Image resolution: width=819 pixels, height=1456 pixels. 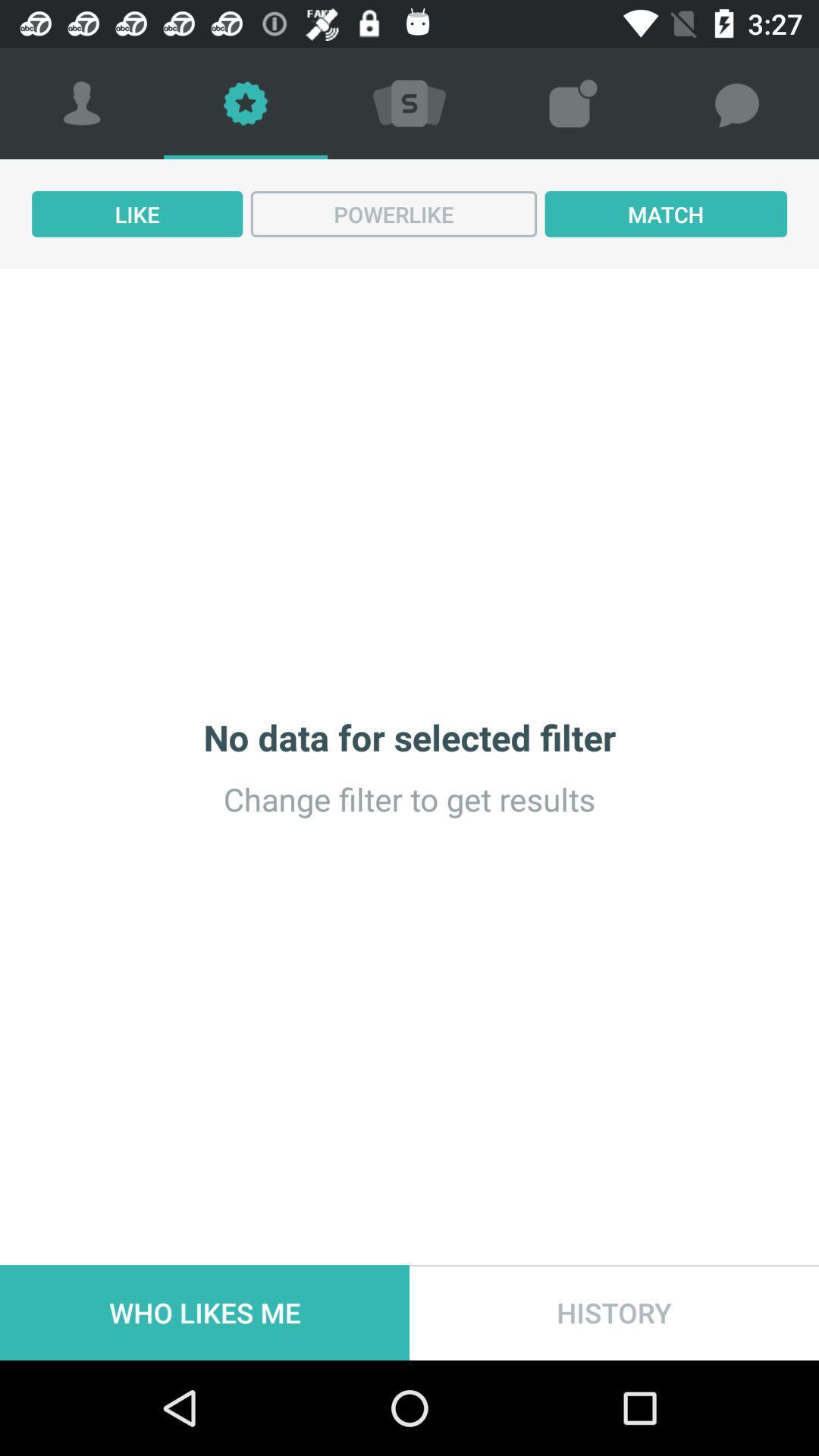 What do you see at coordinates (205, 1312) in the screenshot?
I see `item to the left of the history` at bounding box center [205, 1312].